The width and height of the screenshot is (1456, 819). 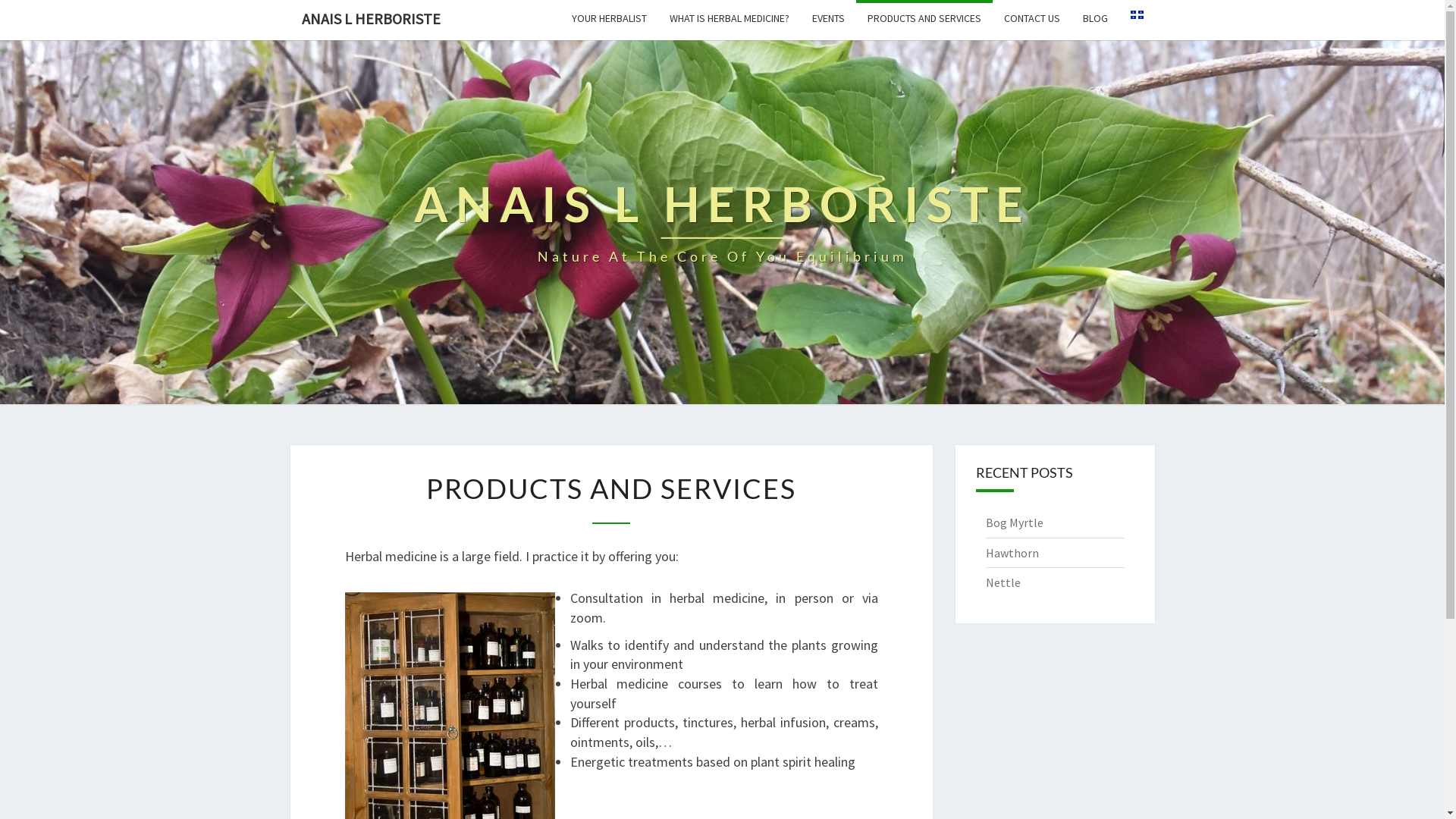 What do you see at coordinates (608, 17) in the screenshot?
I see `'YOUR HERBALIST'` at bounding box center [608, 17].